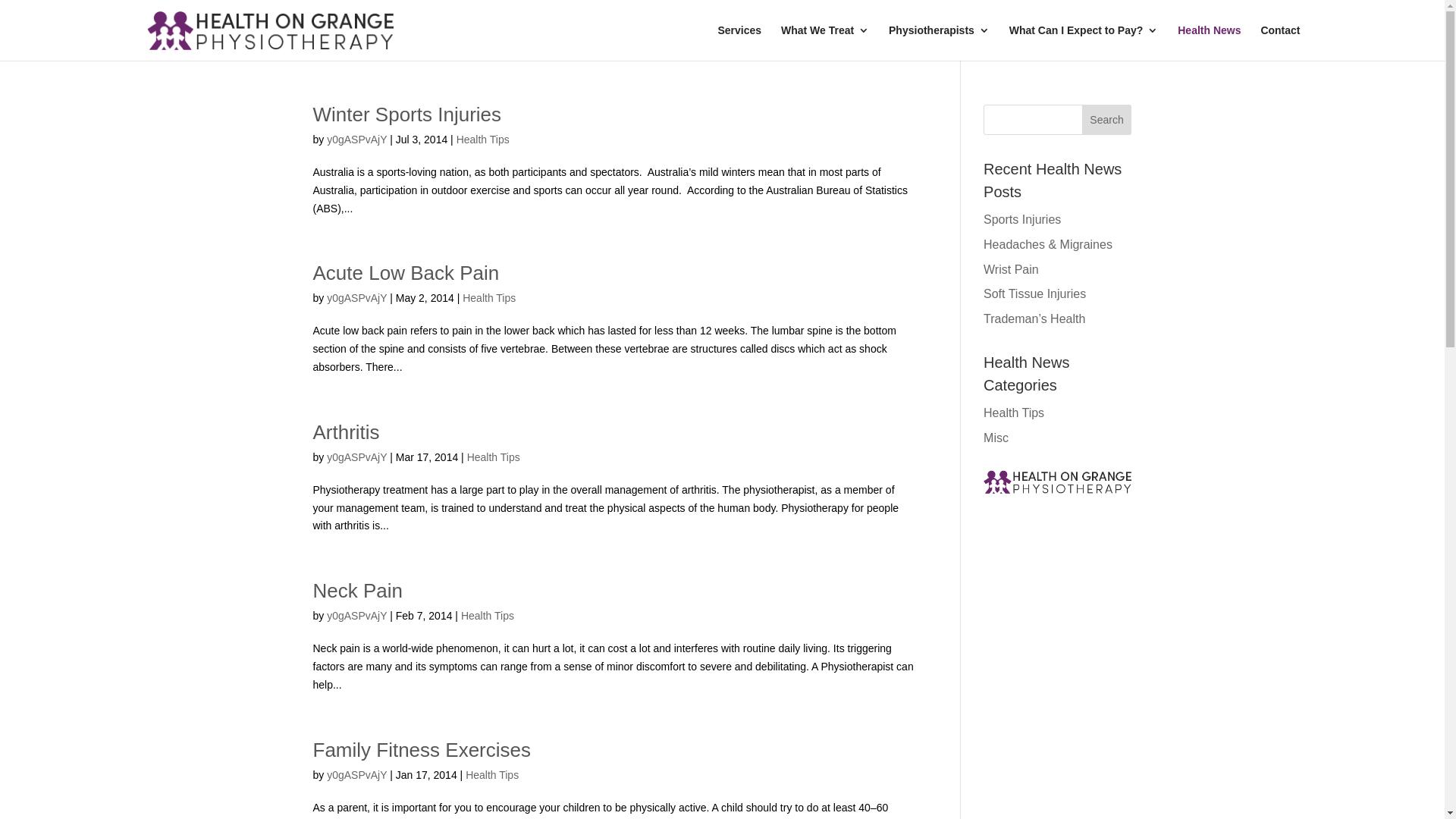 The height and width of the screenshot is (819, 1456). Describe the element at coordinates (938, 42) in the screenshot. I see `'Physiotherapists'` at that location.